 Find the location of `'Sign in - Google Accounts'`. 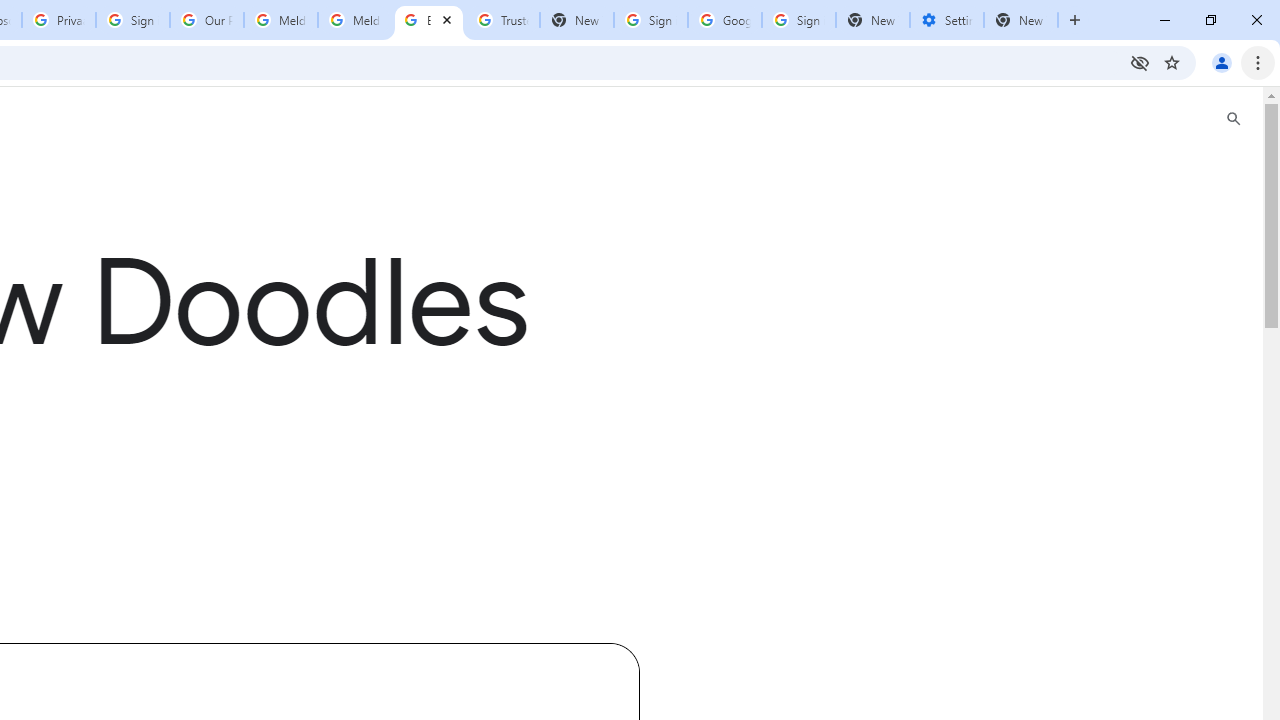

'Sign in - Google Accounts' is located at coordinates (132, 20).